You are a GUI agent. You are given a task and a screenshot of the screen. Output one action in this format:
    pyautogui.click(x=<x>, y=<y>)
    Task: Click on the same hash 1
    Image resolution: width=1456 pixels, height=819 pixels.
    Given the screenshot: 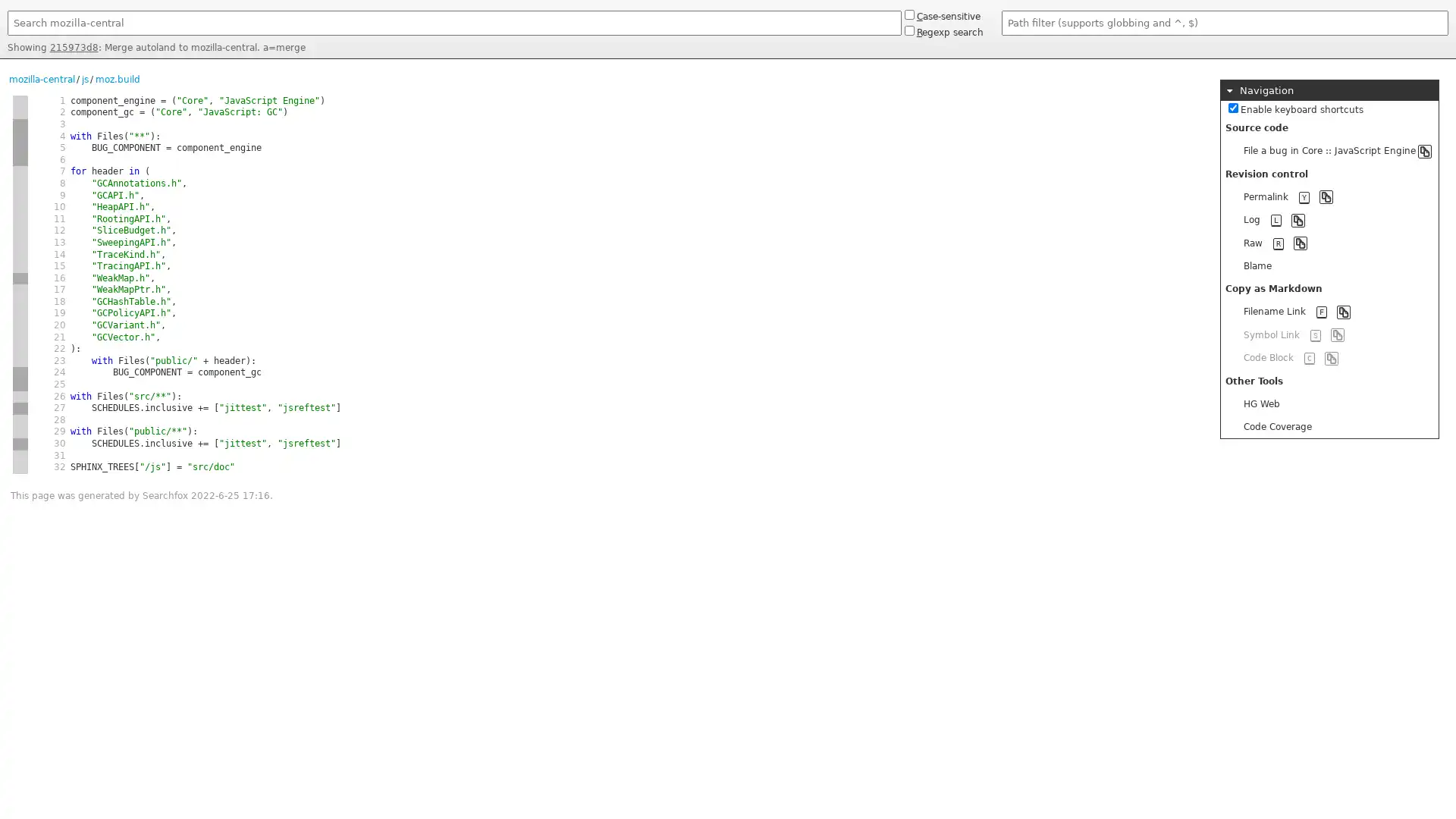 What is the action you would take?
    pyautogui.click(x=20, y=301)
    